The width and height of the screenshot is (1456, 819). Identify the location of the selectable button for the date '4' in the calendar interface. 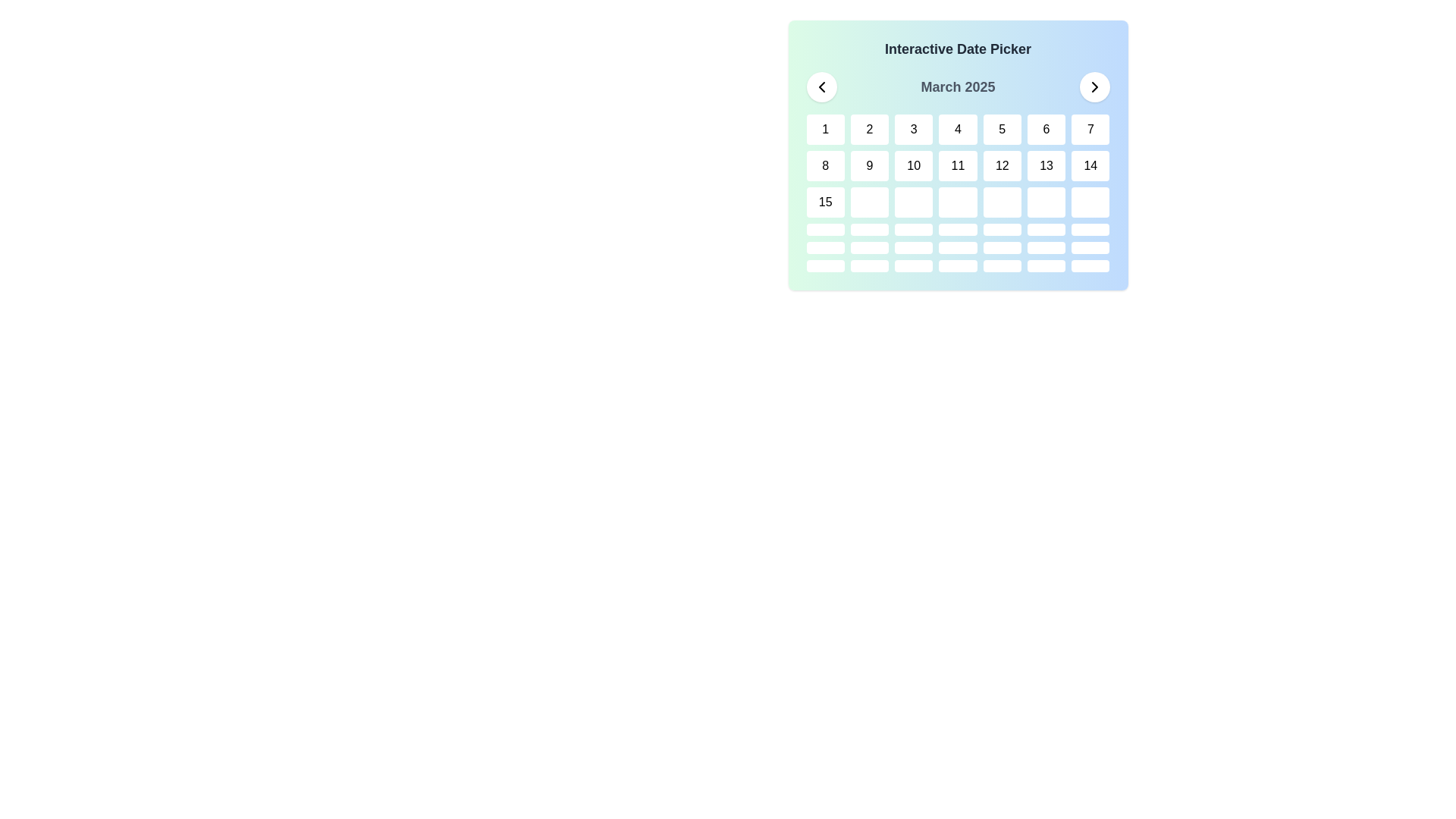
(957, 128).